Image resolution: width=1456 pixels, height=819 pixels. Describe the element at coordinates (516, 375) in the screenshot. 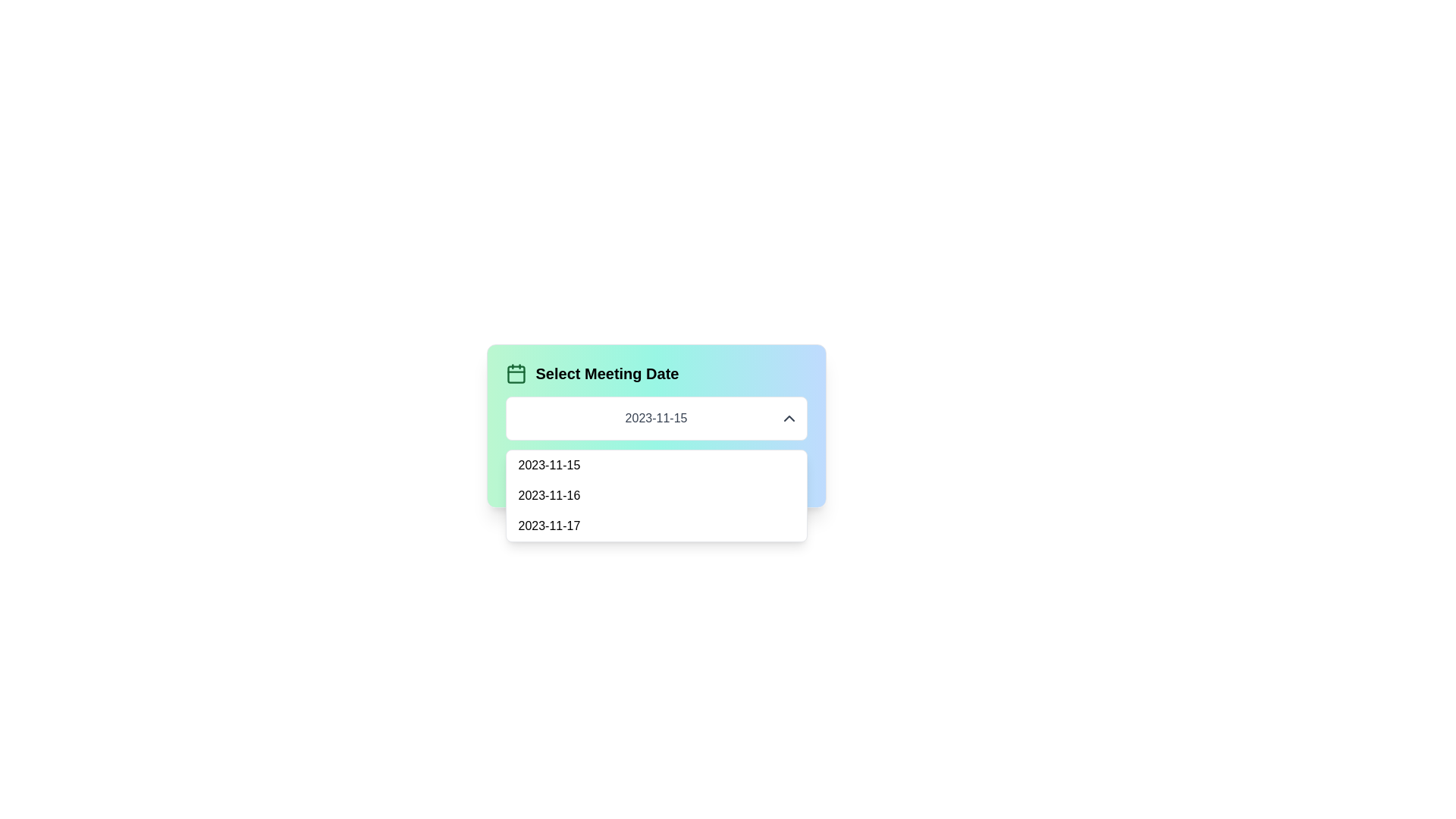

I see `the central body of the calendar icon, which visually represents the calendar symbol in the UI layout` at that location.